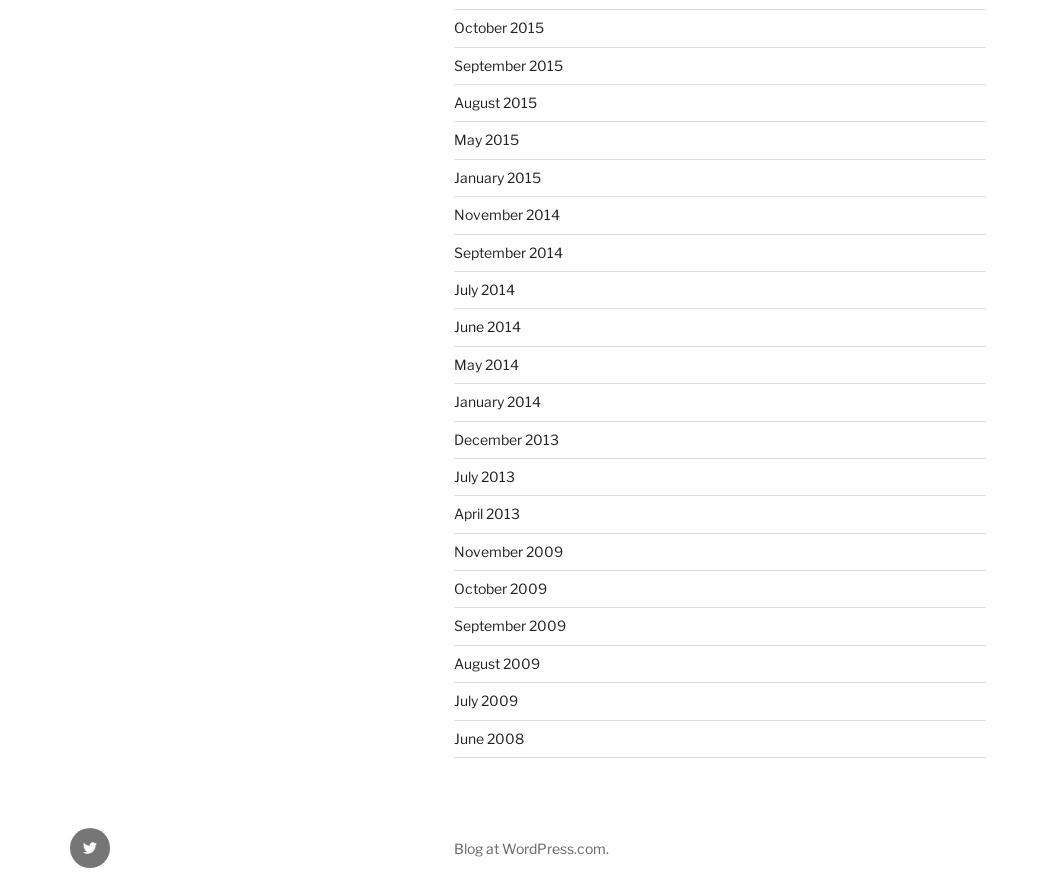 This screenshot has height=894, width=1055. What do you see at coordinates (530, 846) in the screenshot?
I see `'Blog at WordPress.com.'` at bounding box center [530, 846].